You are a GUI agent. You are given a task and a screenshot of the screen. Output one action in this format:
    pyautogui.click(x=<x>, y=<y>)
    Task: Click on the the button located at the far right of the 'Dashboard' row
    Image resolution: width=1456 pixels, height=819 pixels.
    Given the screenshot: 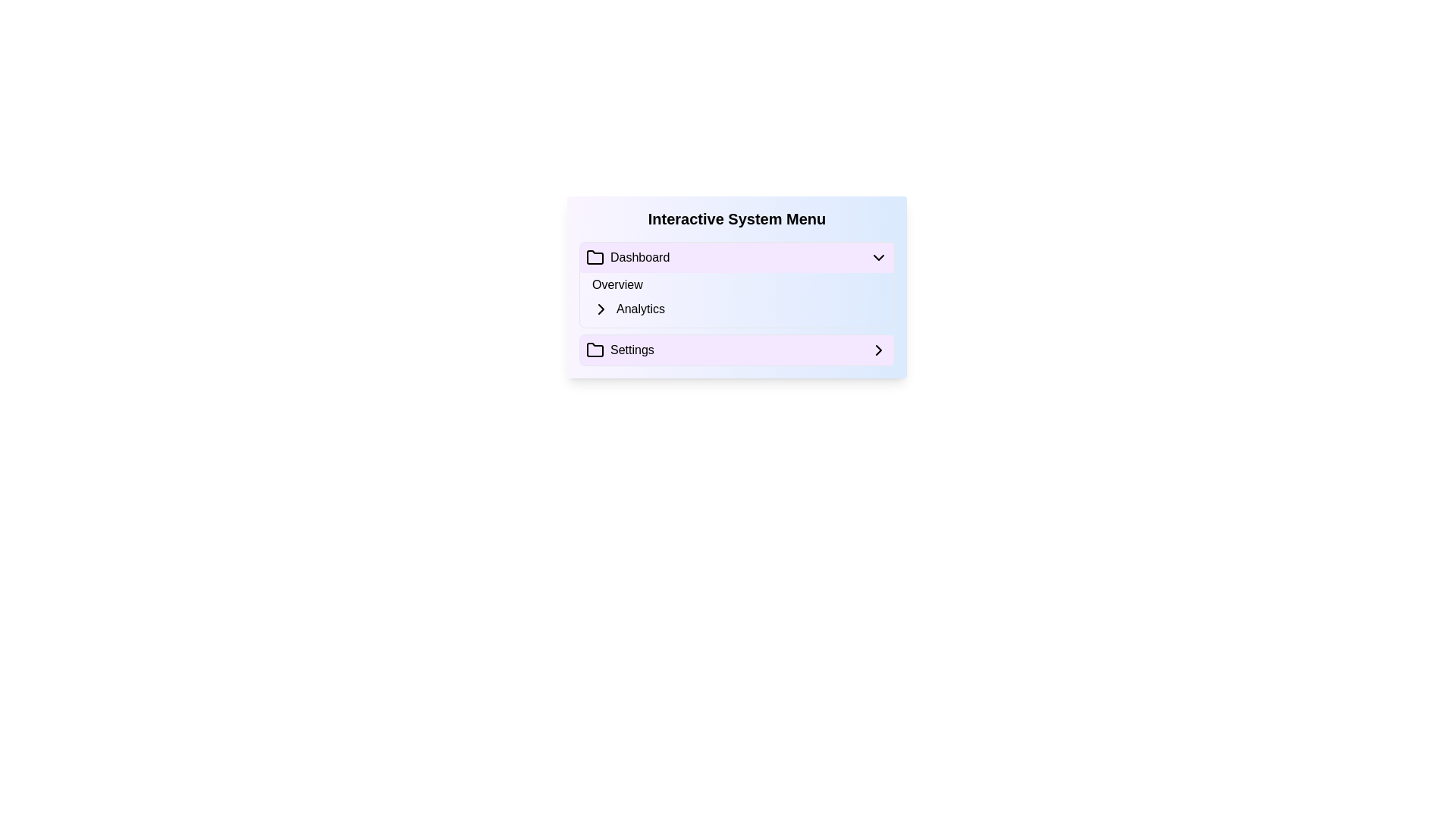 What is the action you would take?
    pyautogui.click(x=878, y=256)
    